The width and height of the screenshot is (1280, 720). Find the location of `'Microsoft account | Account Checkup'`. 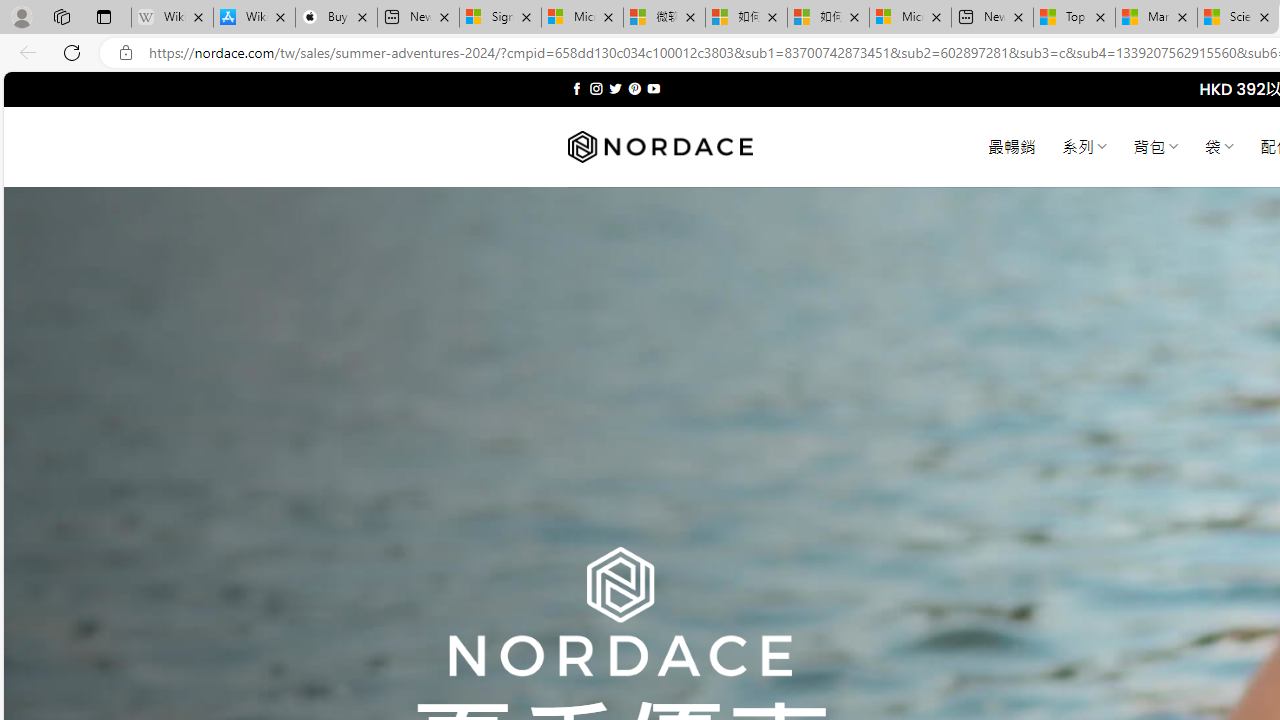

'Microsoft account | Account Checkup' is located at coordinates (909, 17).